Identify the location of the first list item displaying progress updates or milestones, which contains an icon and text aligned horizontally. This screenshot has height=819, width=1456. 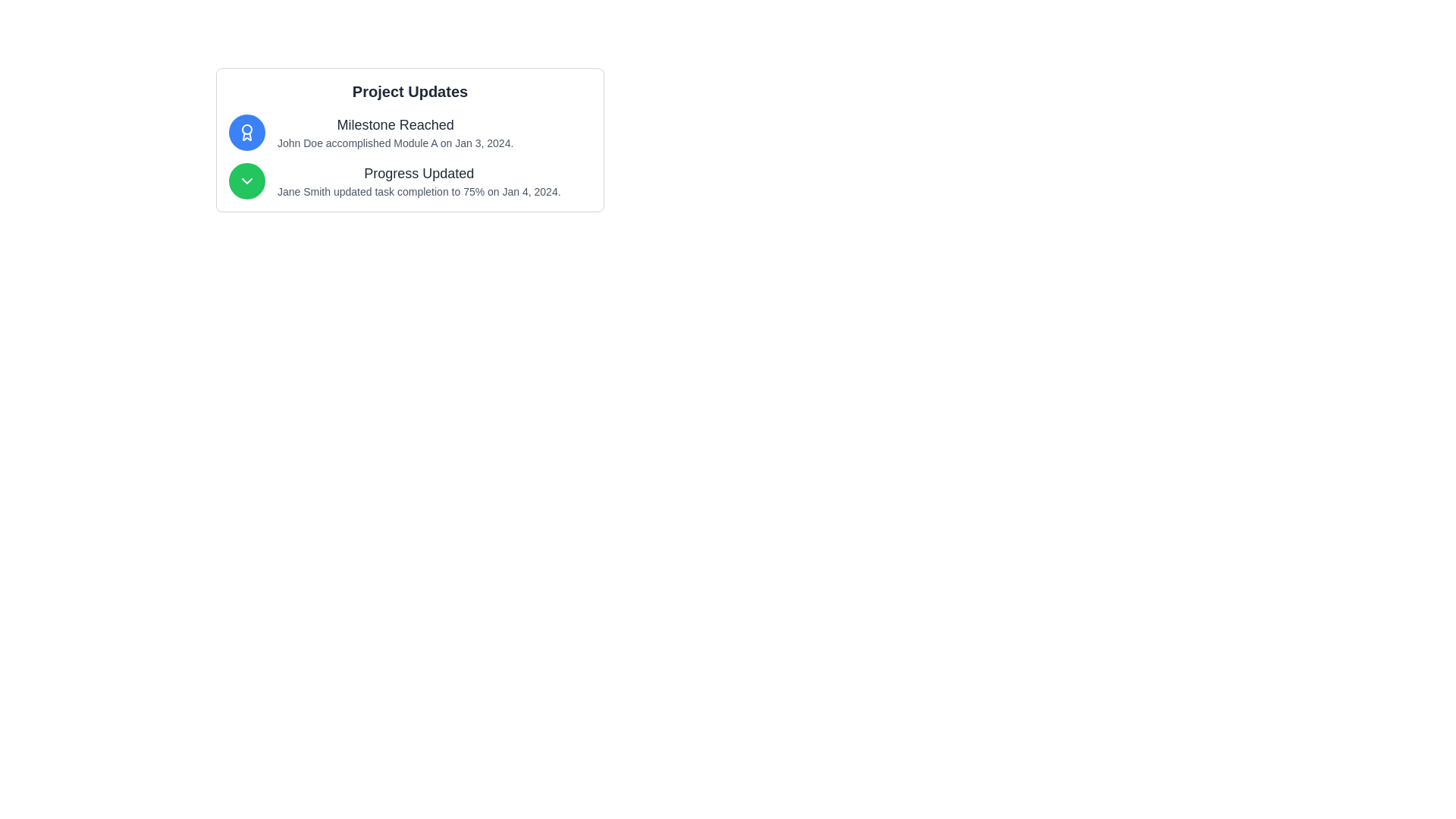
(410, 131).